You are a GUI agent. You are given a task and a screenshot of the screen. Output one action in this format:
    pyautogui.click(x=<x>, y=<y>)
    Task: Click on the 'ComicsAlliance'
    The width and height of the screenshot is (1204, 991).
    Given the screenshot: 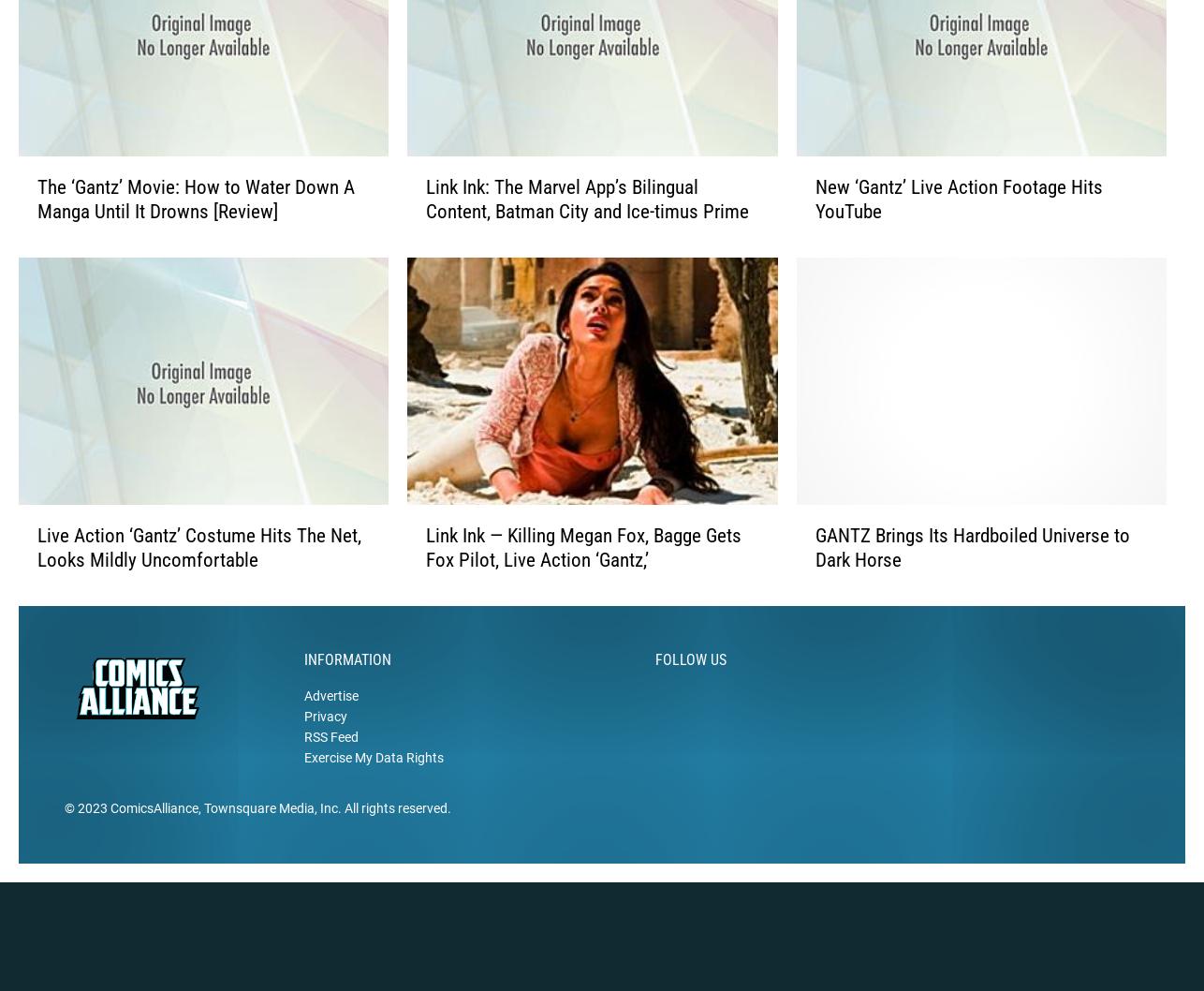 What is the action you would take?
    pyautogui.click(x=110, y=837)
    